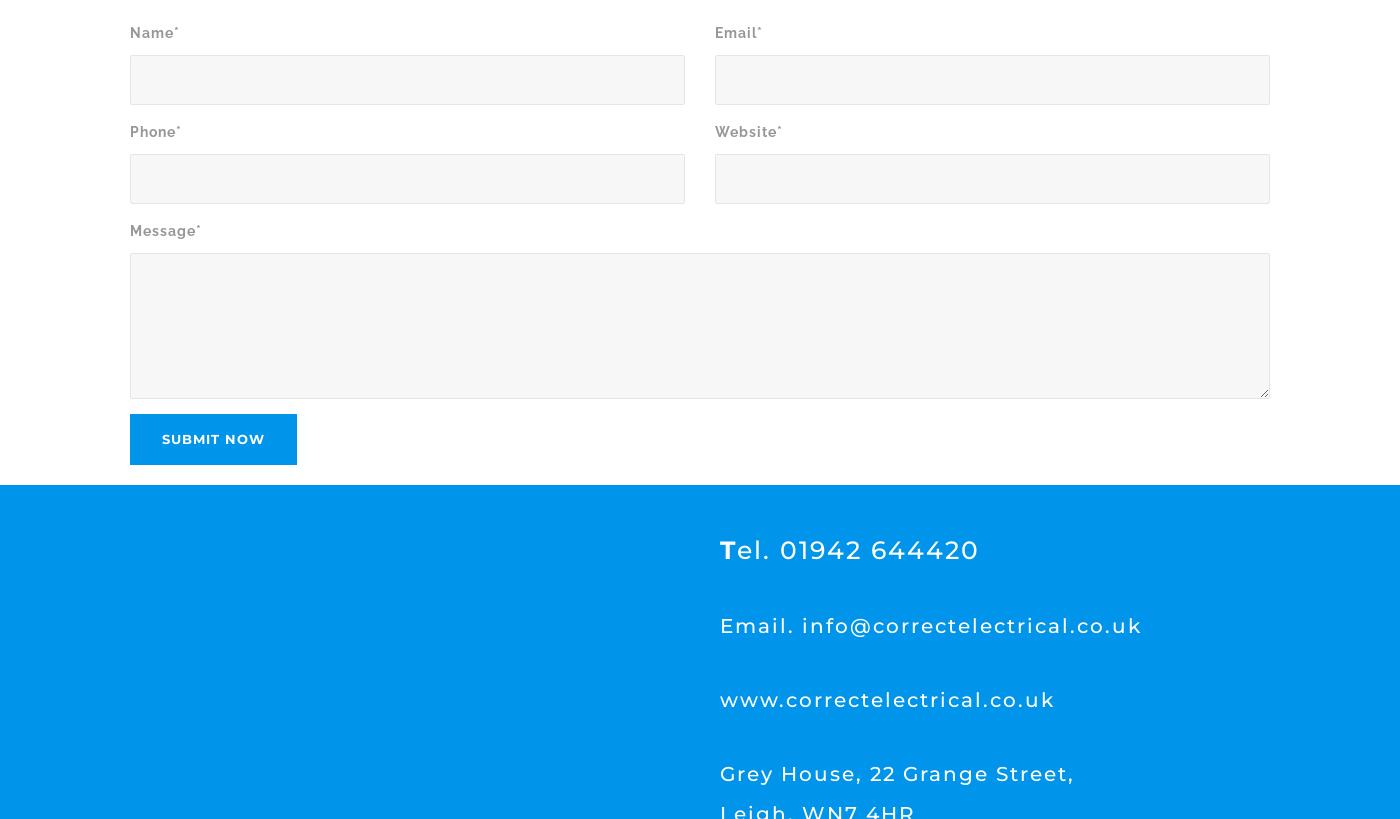 The height and width of the screenshot is (819, 1400). Describe the element at coordinates (887, 699) in the screenshot. I see `'www.correctelectrical.co.uk'` at that location.